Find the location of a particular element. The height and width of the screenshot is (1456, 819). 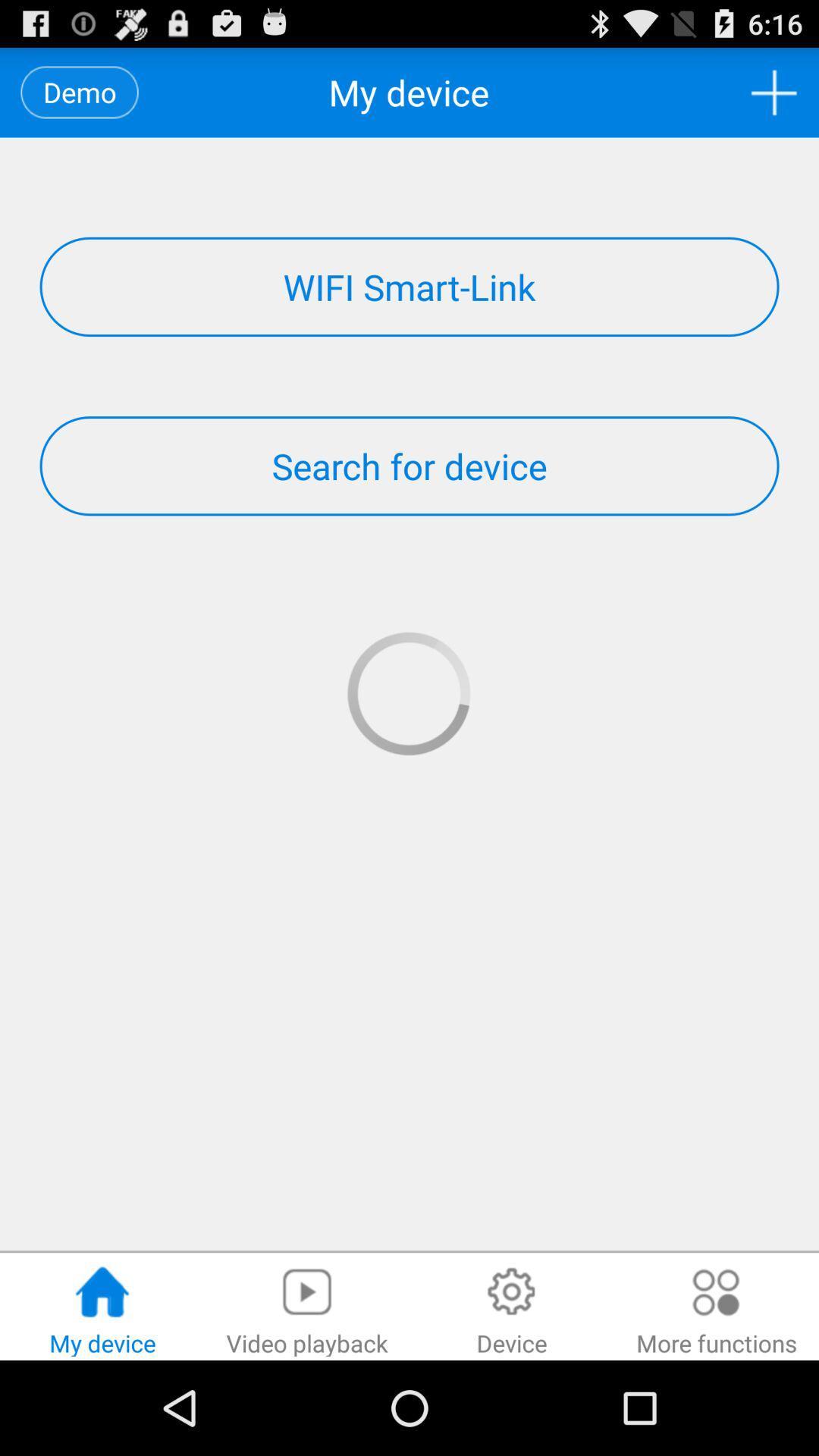

increase is located at coordinates (773, 92).